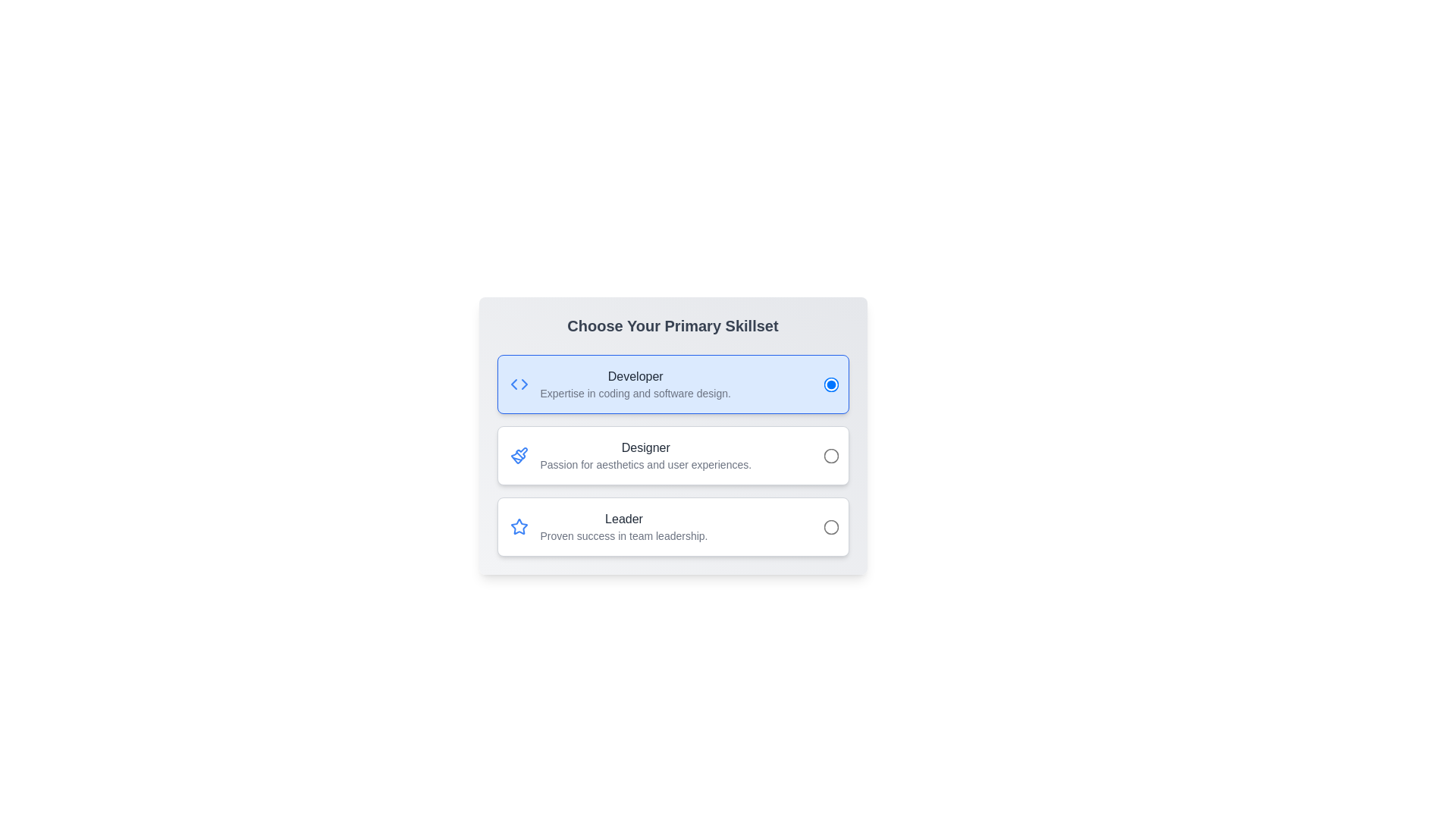  I want to click on the decorative 'Leader' icon located within the 'Leader' option card, positioned on the left side of the text caption, so click(519, 526).